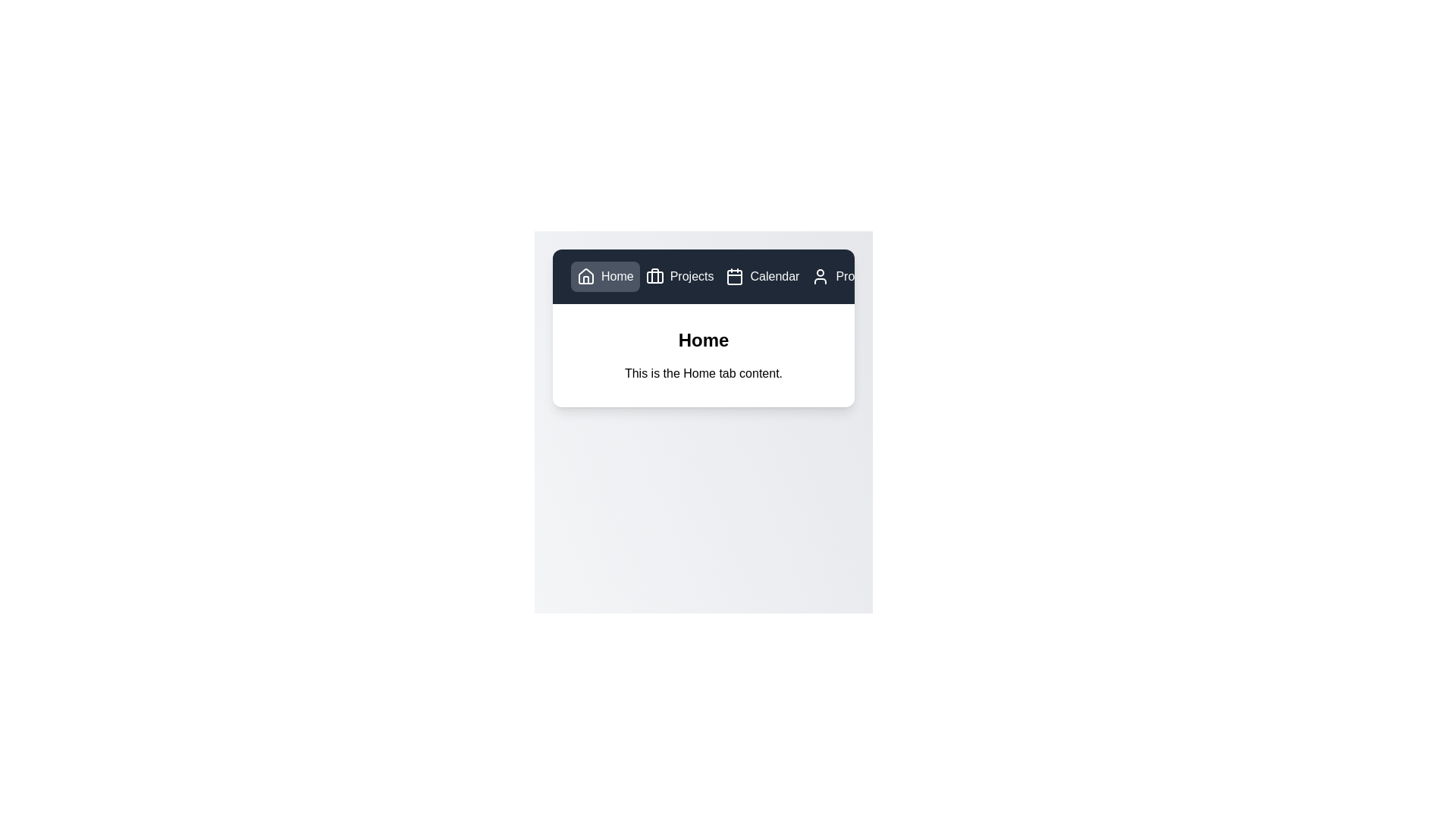  I want to click on the Home tab by clicking on its button, so click(604, 277).